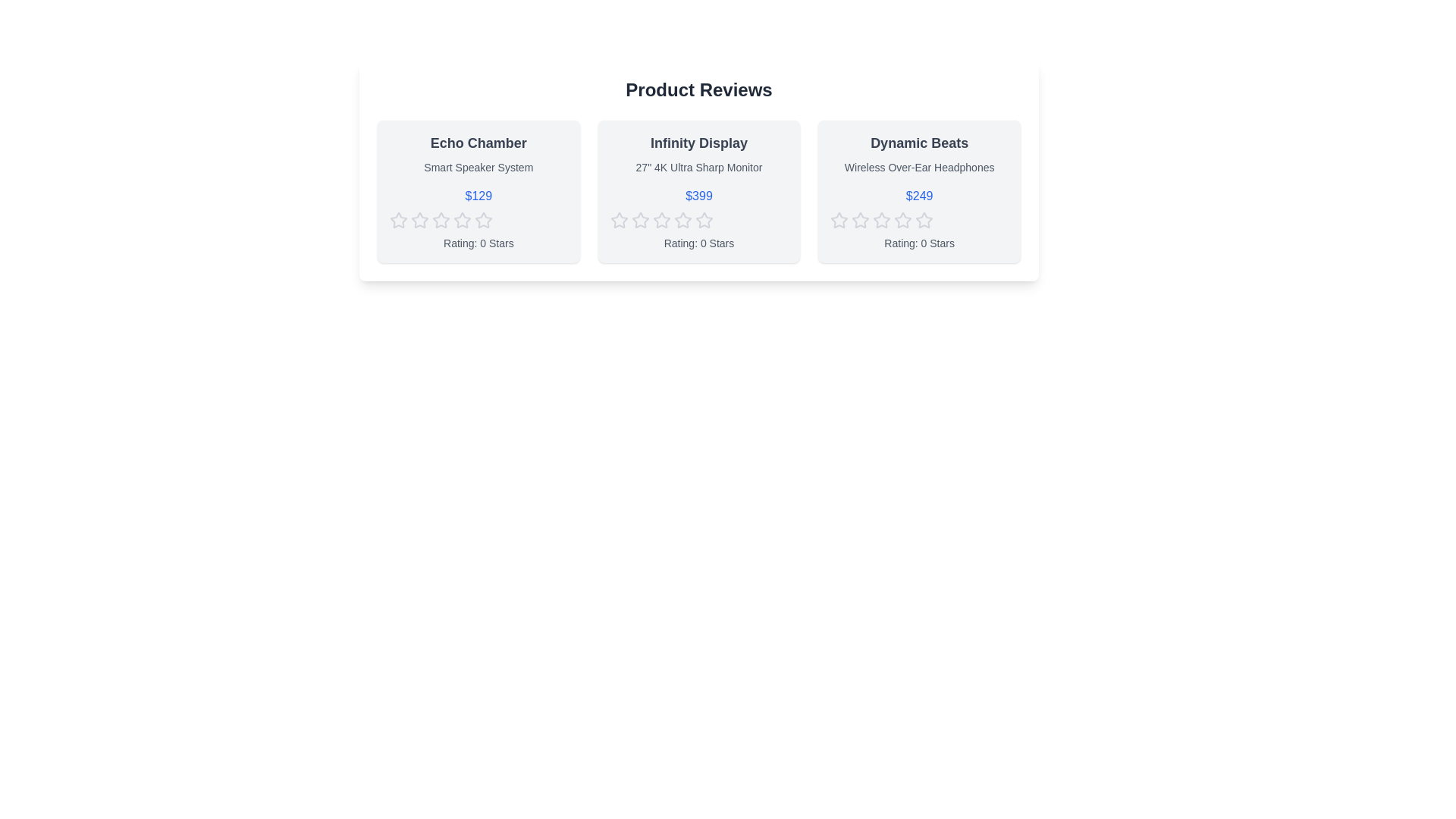  I want to click on the fourth star icon in the rating system of the 'Dynamic Beats' product card, which has a hollow interior and a grayish outline, so click(924, 220).